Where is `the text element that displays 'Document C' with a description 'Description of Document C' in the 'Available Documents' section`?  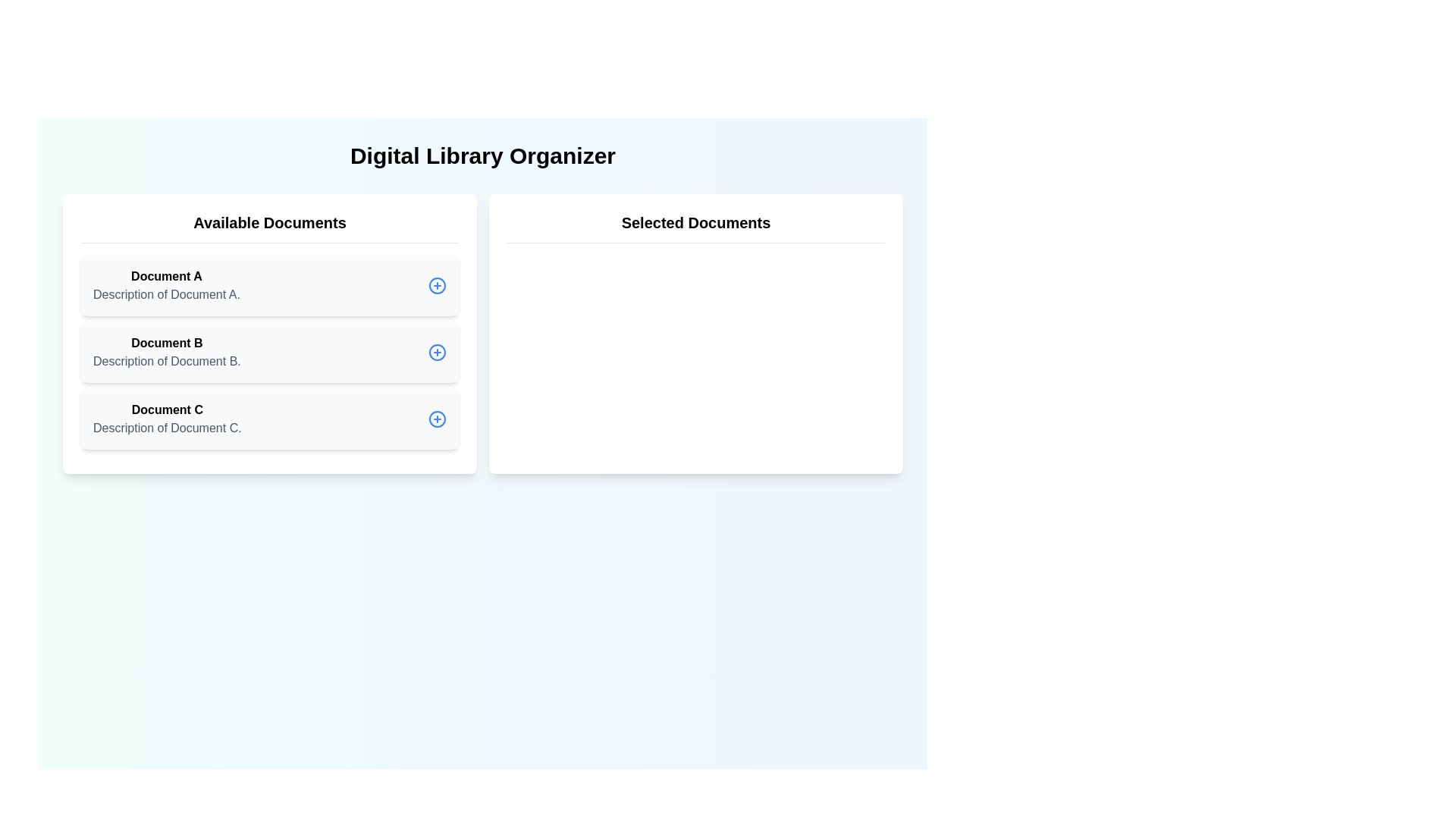 the text element that displays 'Document C' with a description 'Description of Document C' in the 'Available Documents' section is located at coordinates (167, 419).